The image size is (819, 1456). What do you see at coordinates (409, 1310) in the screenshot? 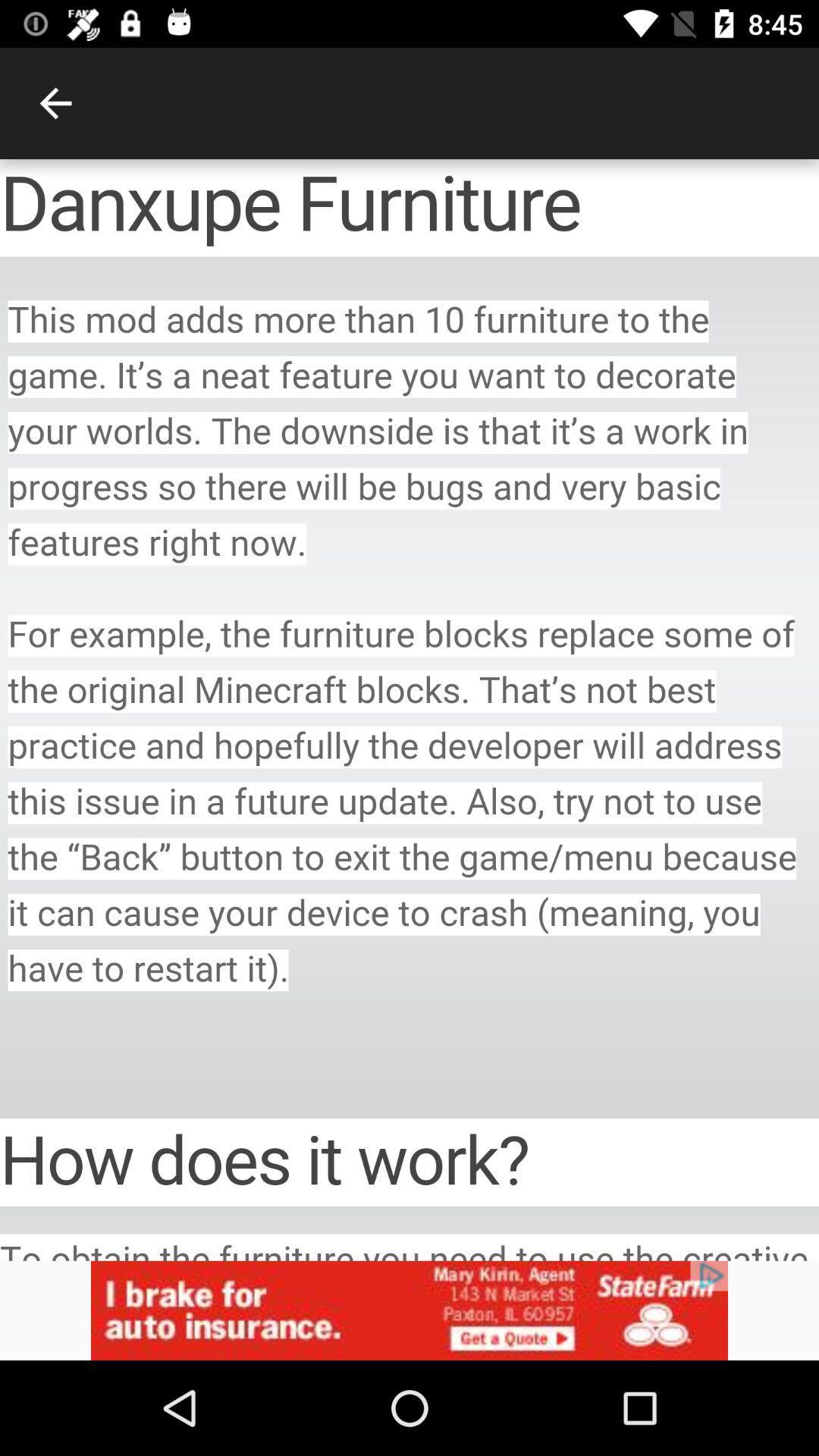
I see `the advertisement` at bounding box center [409, 1310].